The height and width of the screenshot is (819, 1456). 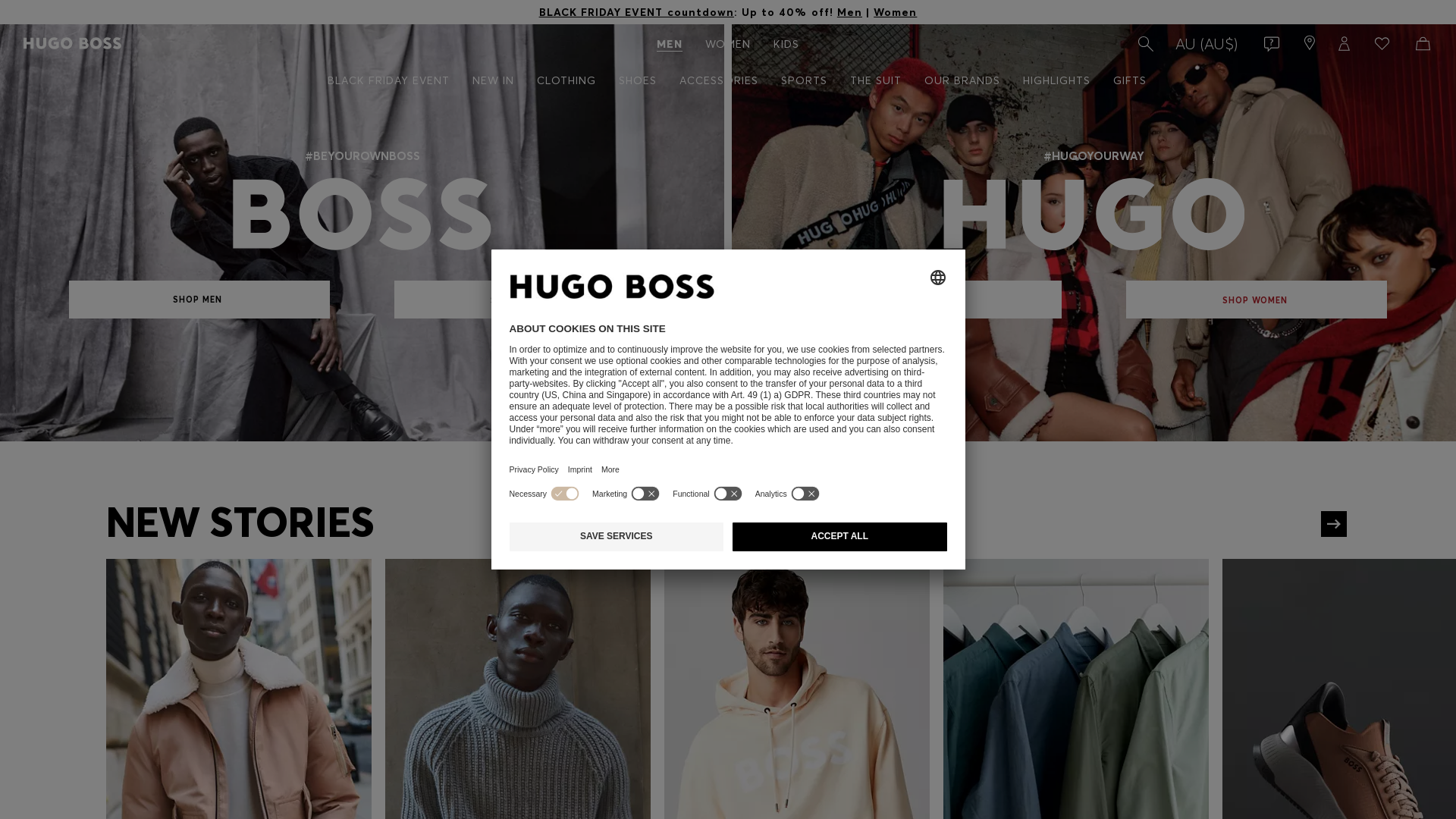 What do you see at coordinates (538, 11) in the screenshot?
I see `'BLACK FRIDAY EVENT countdown'` at bounding box center [538, 11].